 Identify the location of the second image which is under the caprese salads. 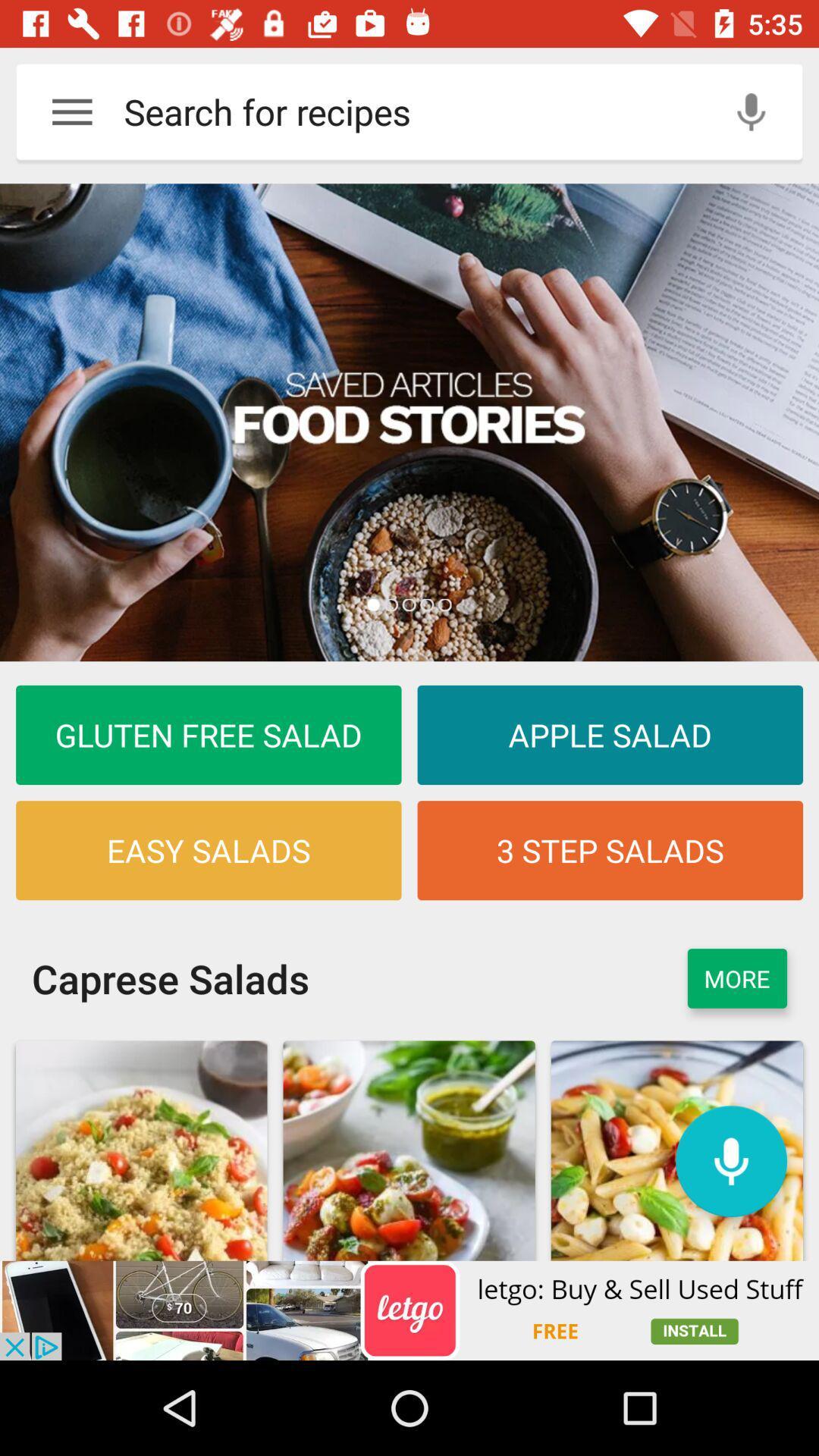
(409, 1150).